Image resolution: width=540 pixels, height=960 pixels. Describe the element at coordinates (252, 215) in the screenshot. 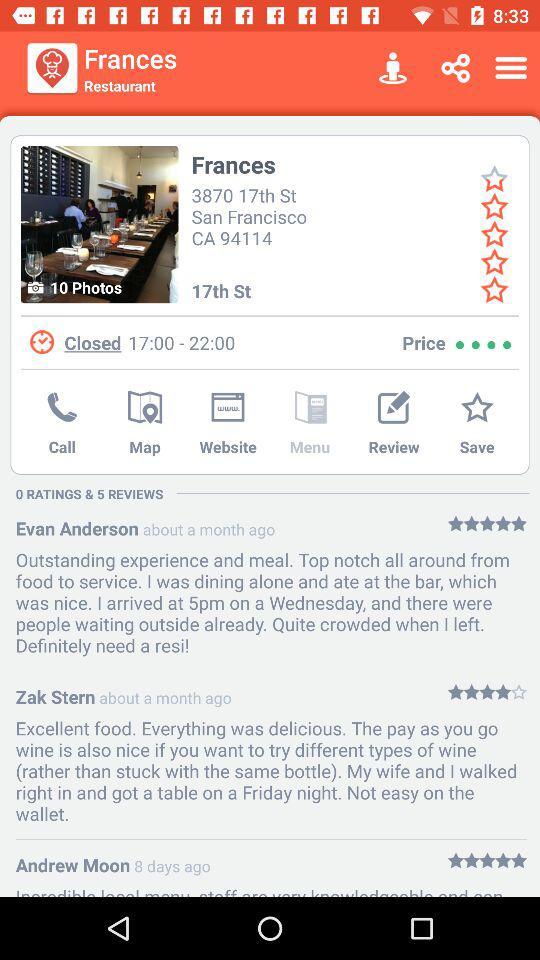

I see `3870 17th st item` at that location.